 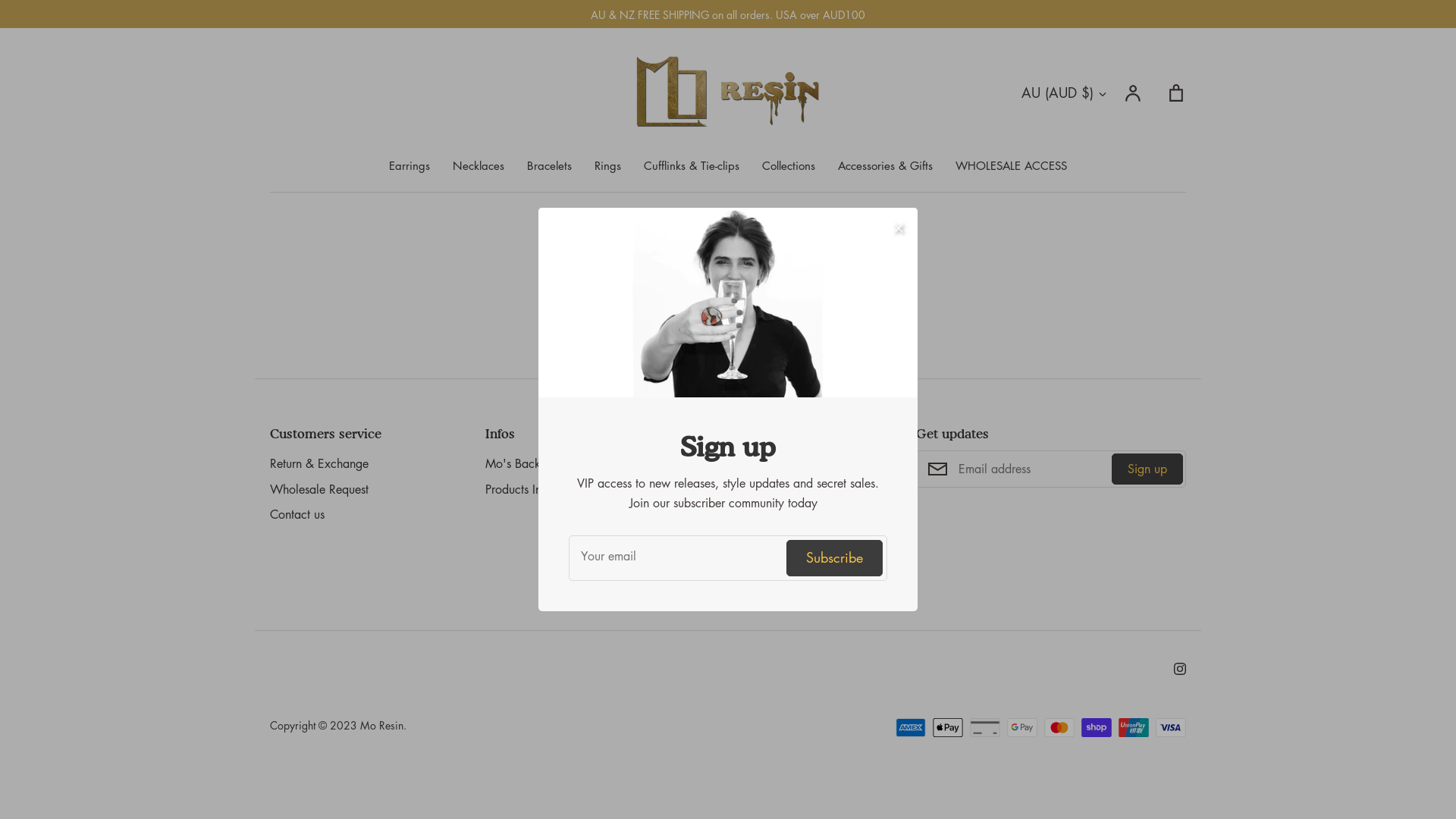 I want to click on 'AU (AUD $)', so click(x=1064, y=93).